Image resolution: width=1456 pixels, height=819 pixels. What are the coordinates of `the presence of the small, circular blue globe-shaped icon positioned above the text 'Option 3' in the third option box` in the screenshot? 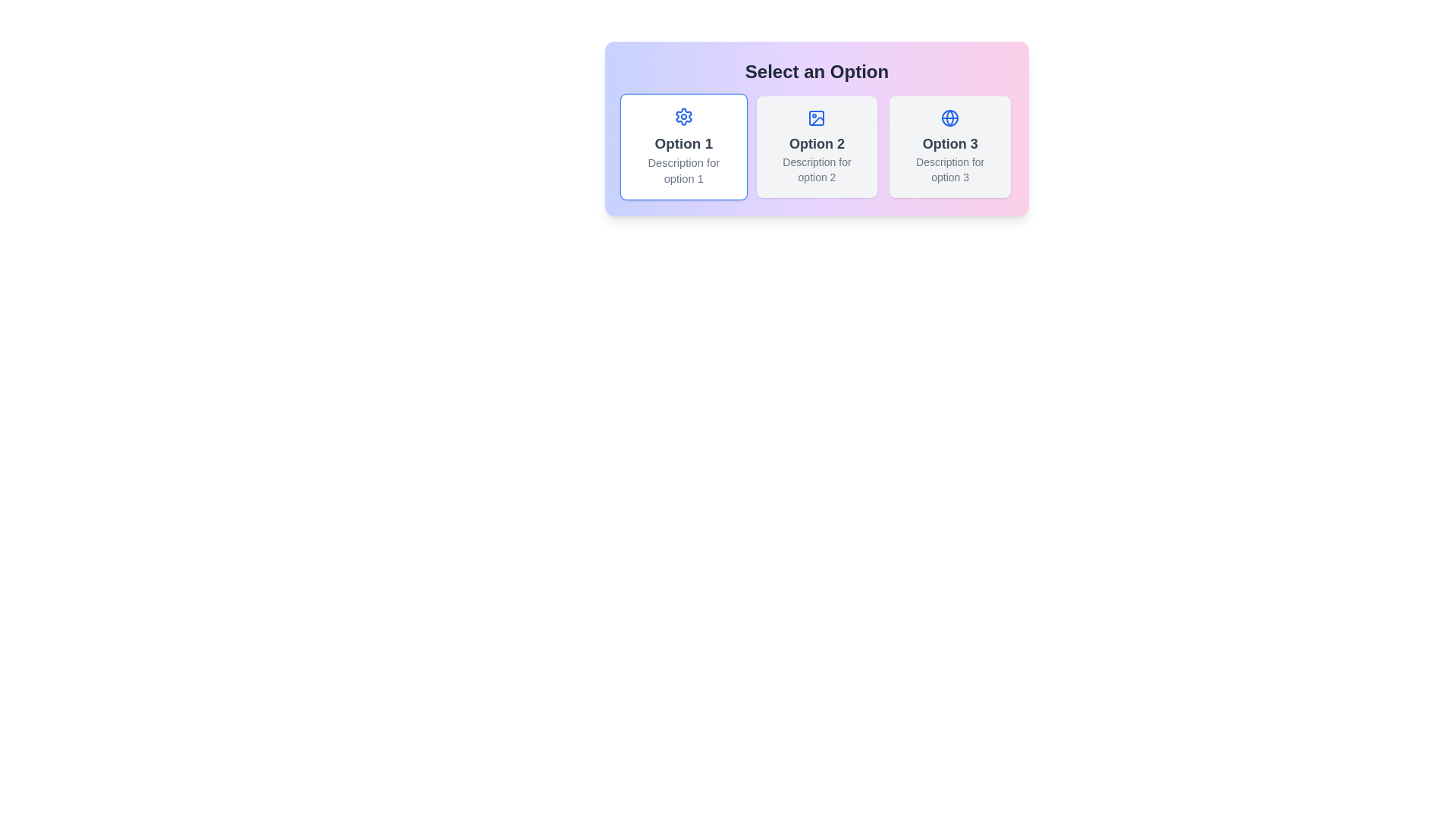 It's located at (949, 117).